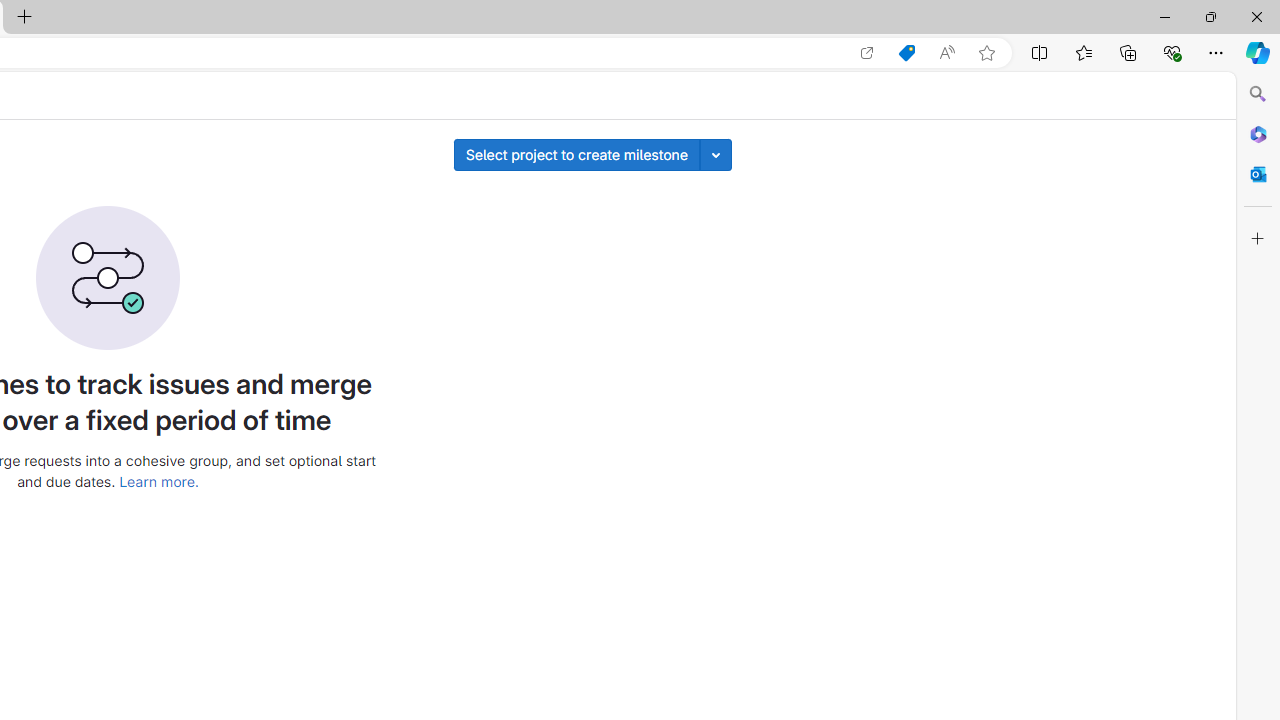  What do you see at coordinates (867, 52) in the screenshot?
I see `'Open in app'` at bounding box center [867, 52].